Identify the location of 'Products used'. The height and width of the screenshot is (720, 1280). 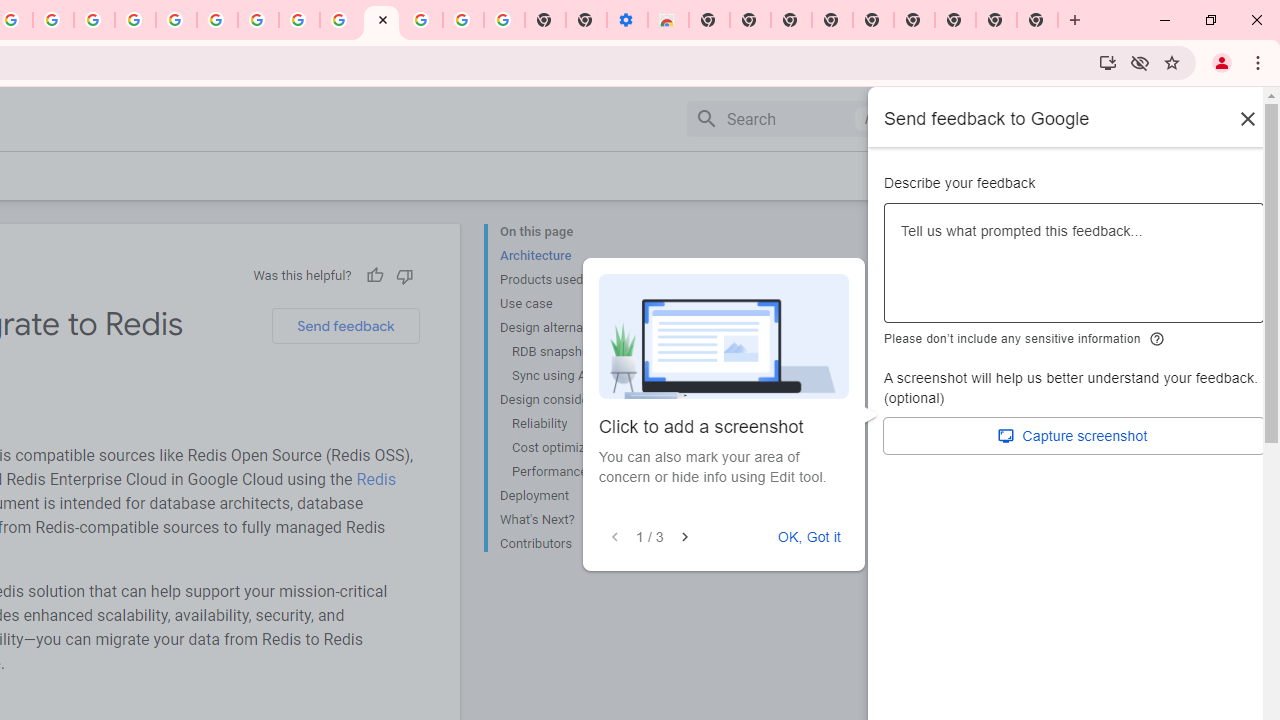
(579, 280).